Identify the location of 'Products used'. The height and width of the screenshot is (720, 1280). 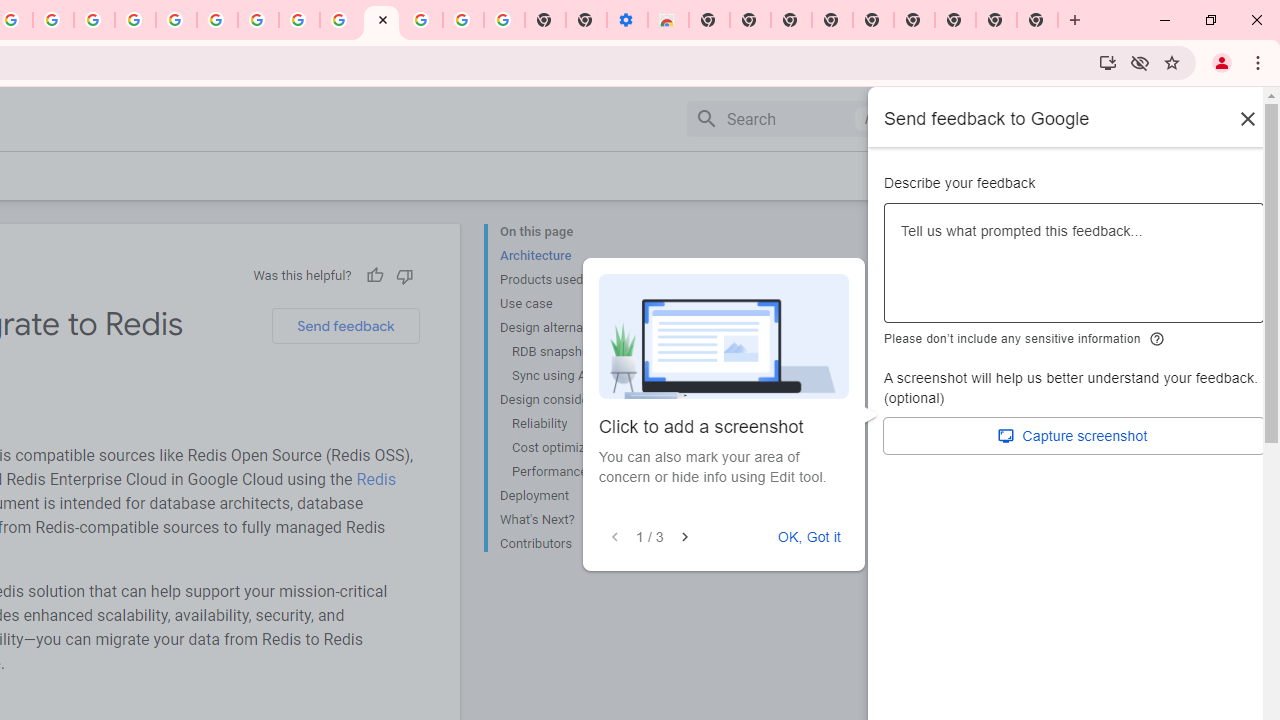
(579, 280).